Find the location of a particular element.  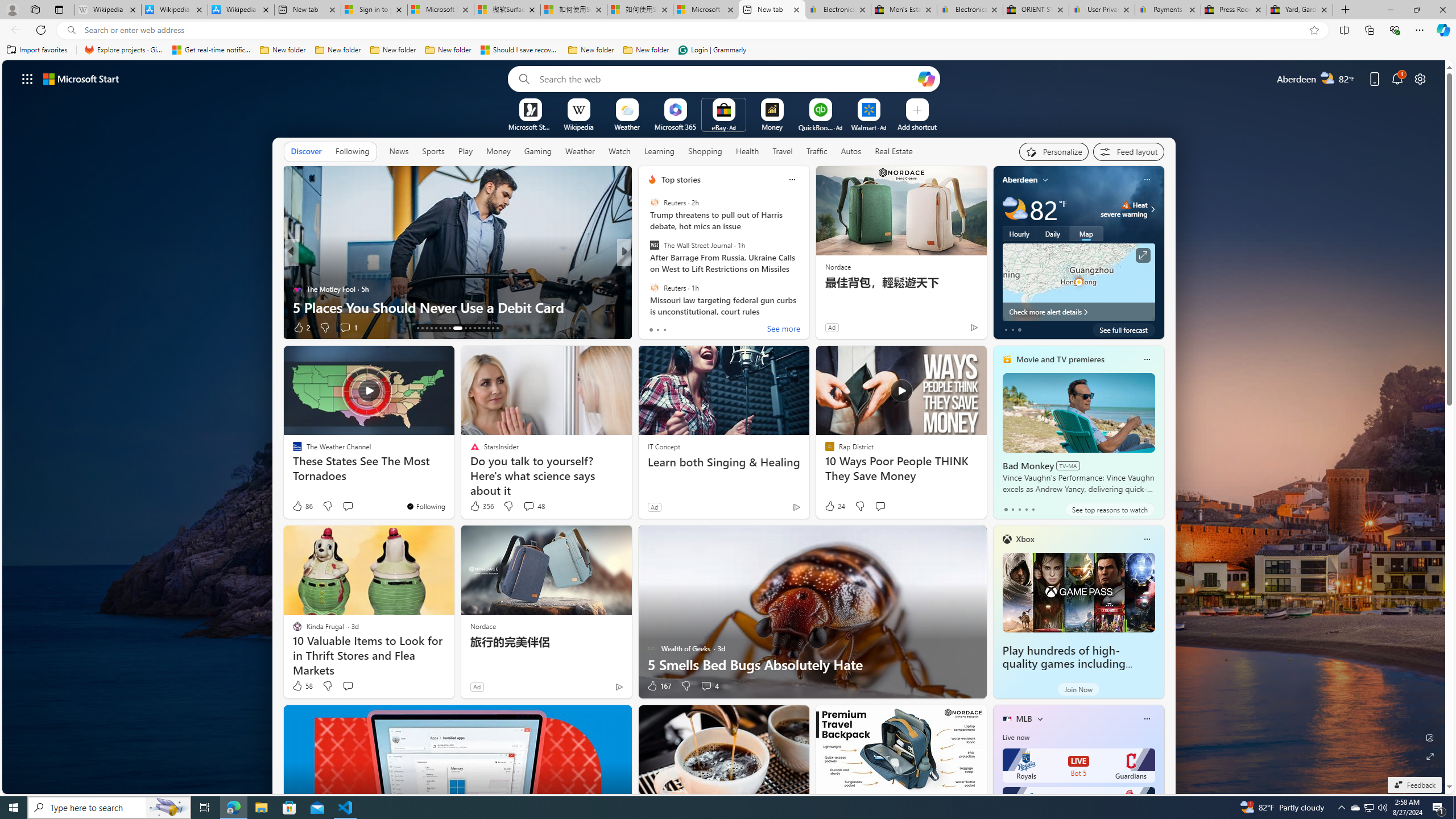

'Notifications' is located at coordinates (1397, 78).